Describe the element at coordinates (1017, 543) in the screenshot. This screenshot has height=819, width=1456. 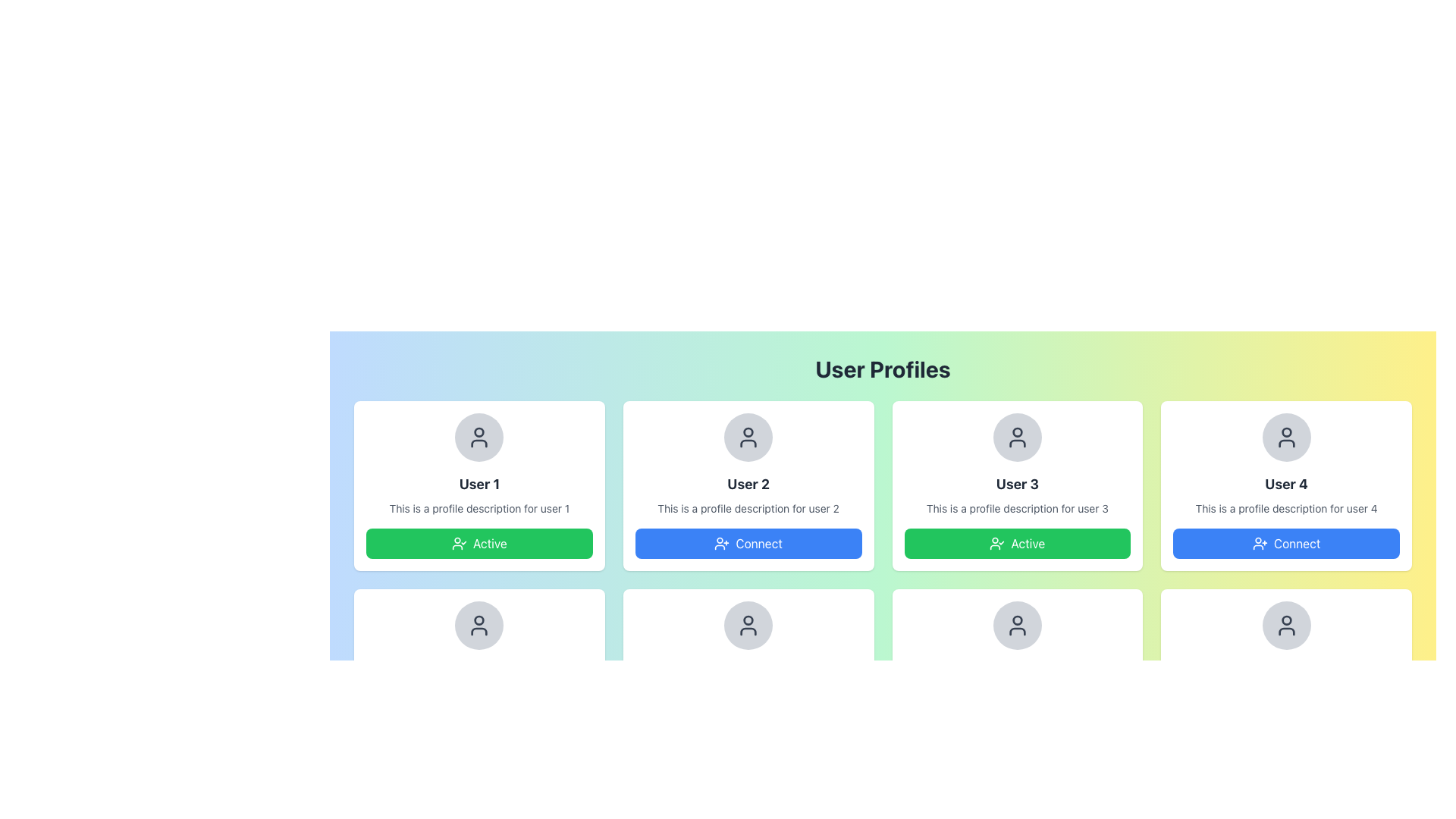
I see `the green rectangular button labeled 'Active' with a checkmark icon, located at the bottom center of the 'User 3' card` at that location.